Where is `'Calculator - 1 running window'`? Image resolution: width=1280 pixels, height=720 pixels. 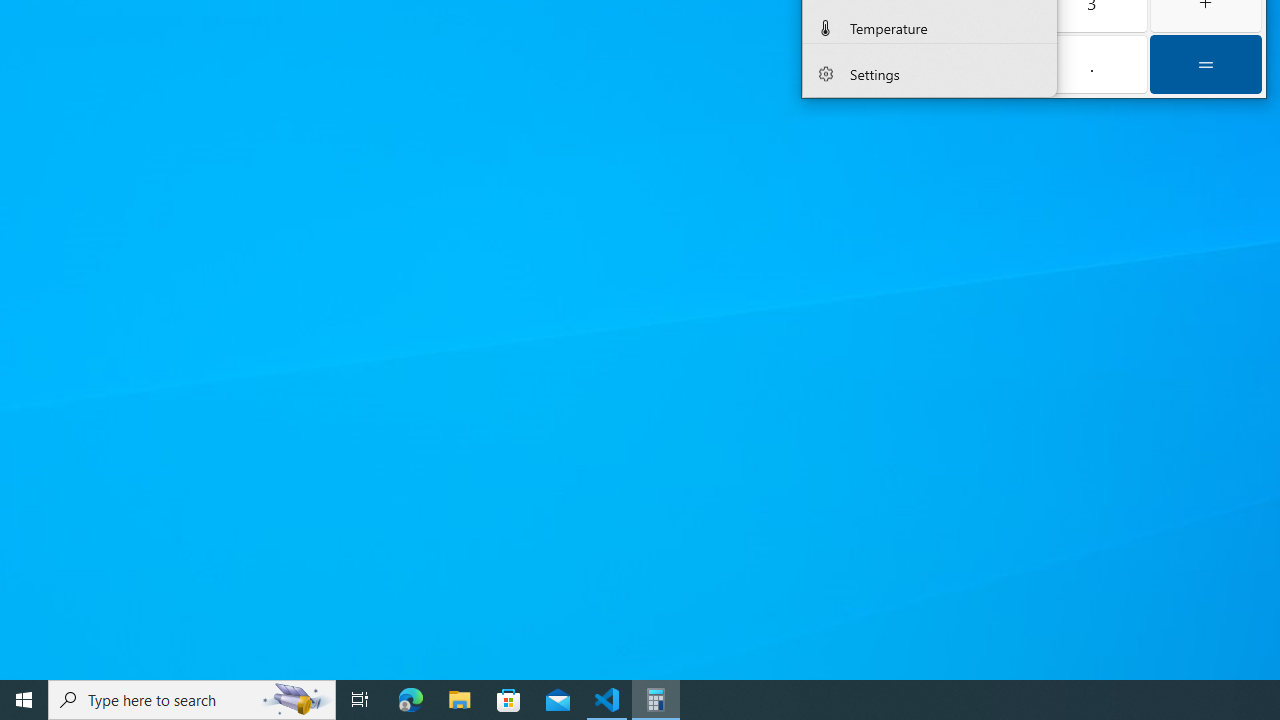 'Calculator - 1 running window' is located at coordinates (656, 698).